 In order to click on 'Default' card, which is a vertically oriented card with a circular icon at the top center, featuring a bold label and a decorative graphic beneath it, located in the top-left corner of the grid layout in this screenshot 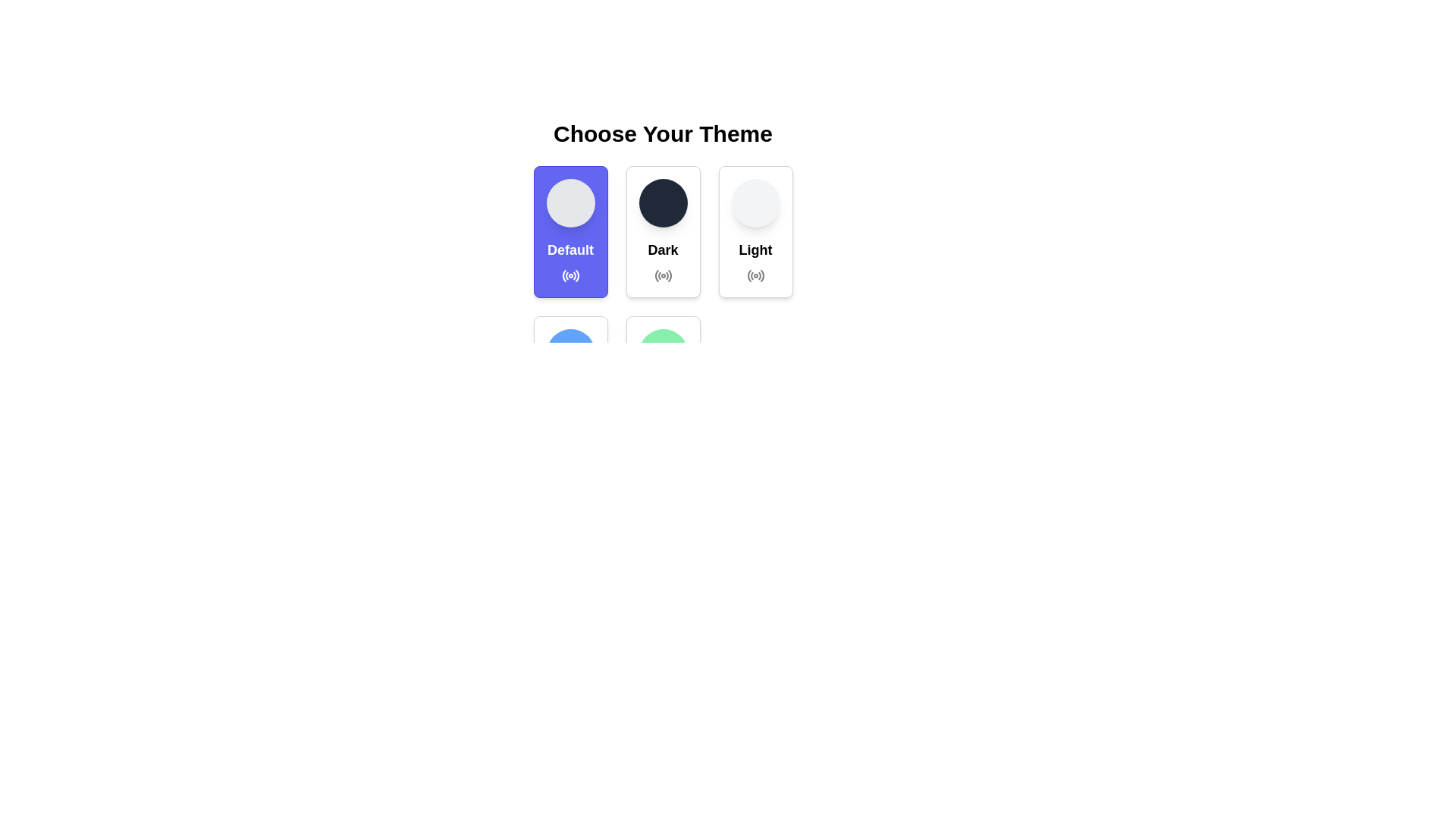, I will do `click(570, 231)`.